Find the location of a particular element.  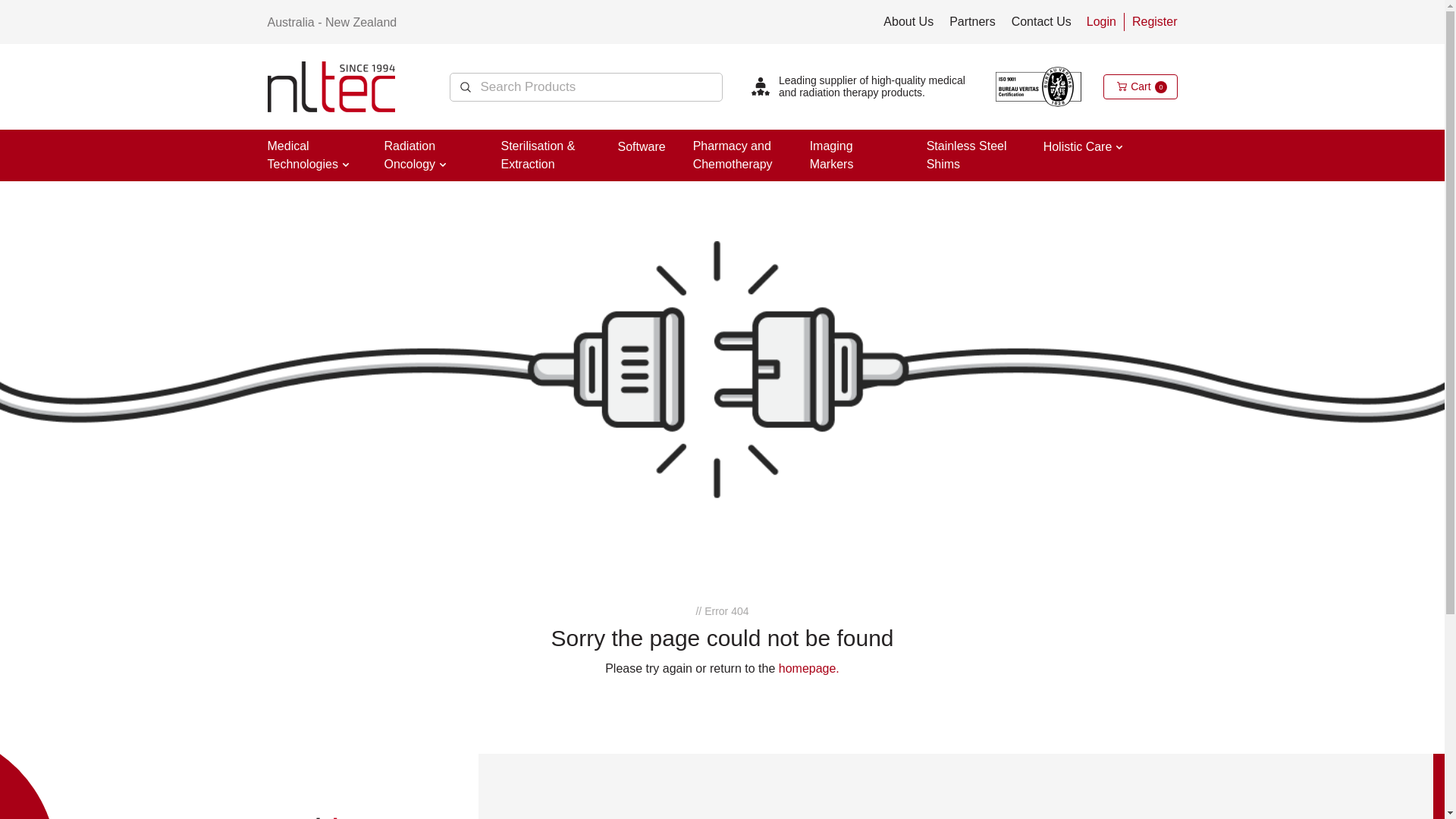

'Pharmacy and Chemotherapy' is located at coordinates (733, 155).